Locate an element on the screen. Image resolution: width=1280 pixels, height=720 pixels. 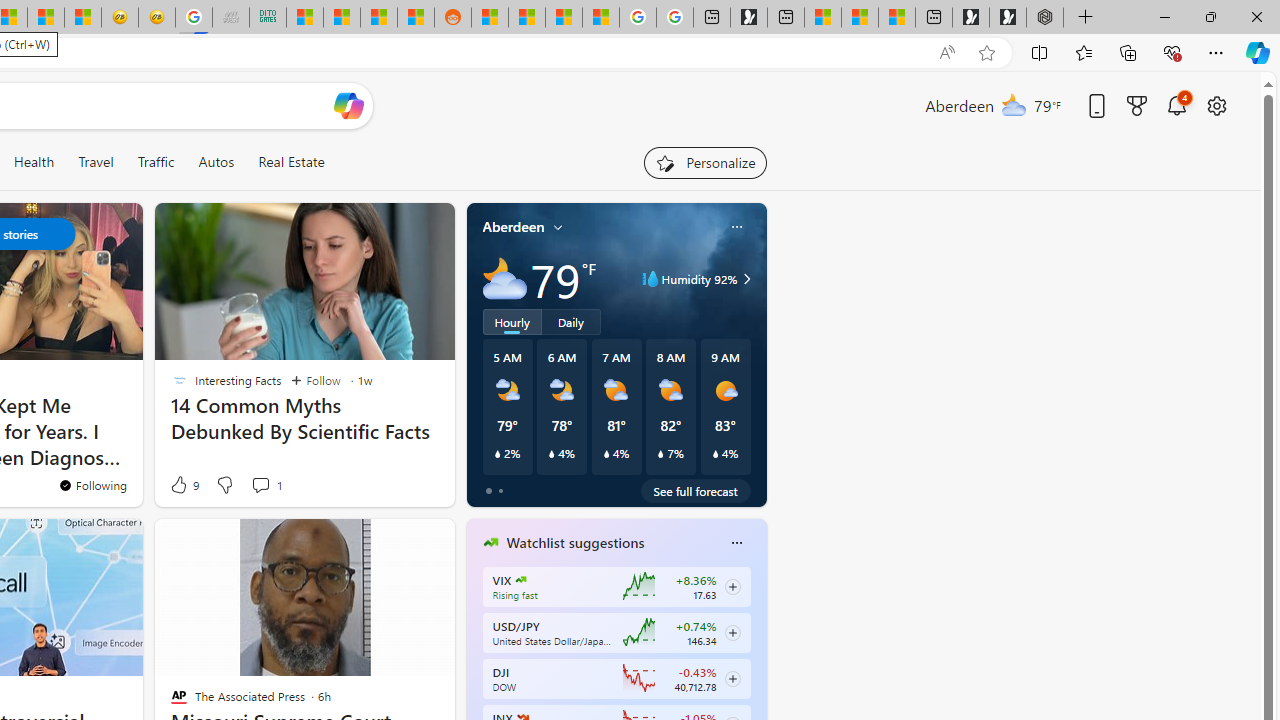
'You' is located at coordinates (390, 491).